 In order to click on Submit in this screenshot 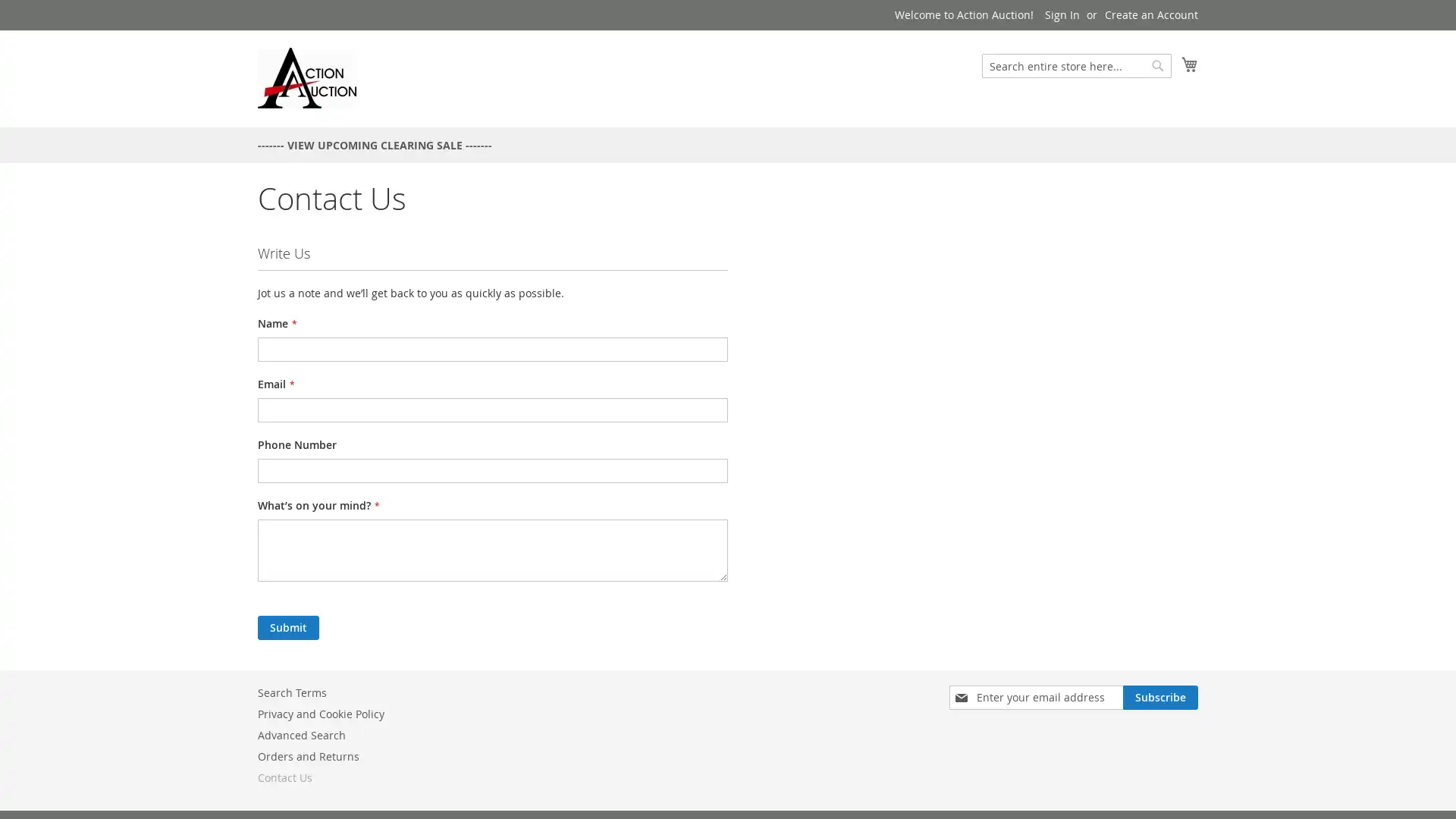, I will do `click(288, 626)`.